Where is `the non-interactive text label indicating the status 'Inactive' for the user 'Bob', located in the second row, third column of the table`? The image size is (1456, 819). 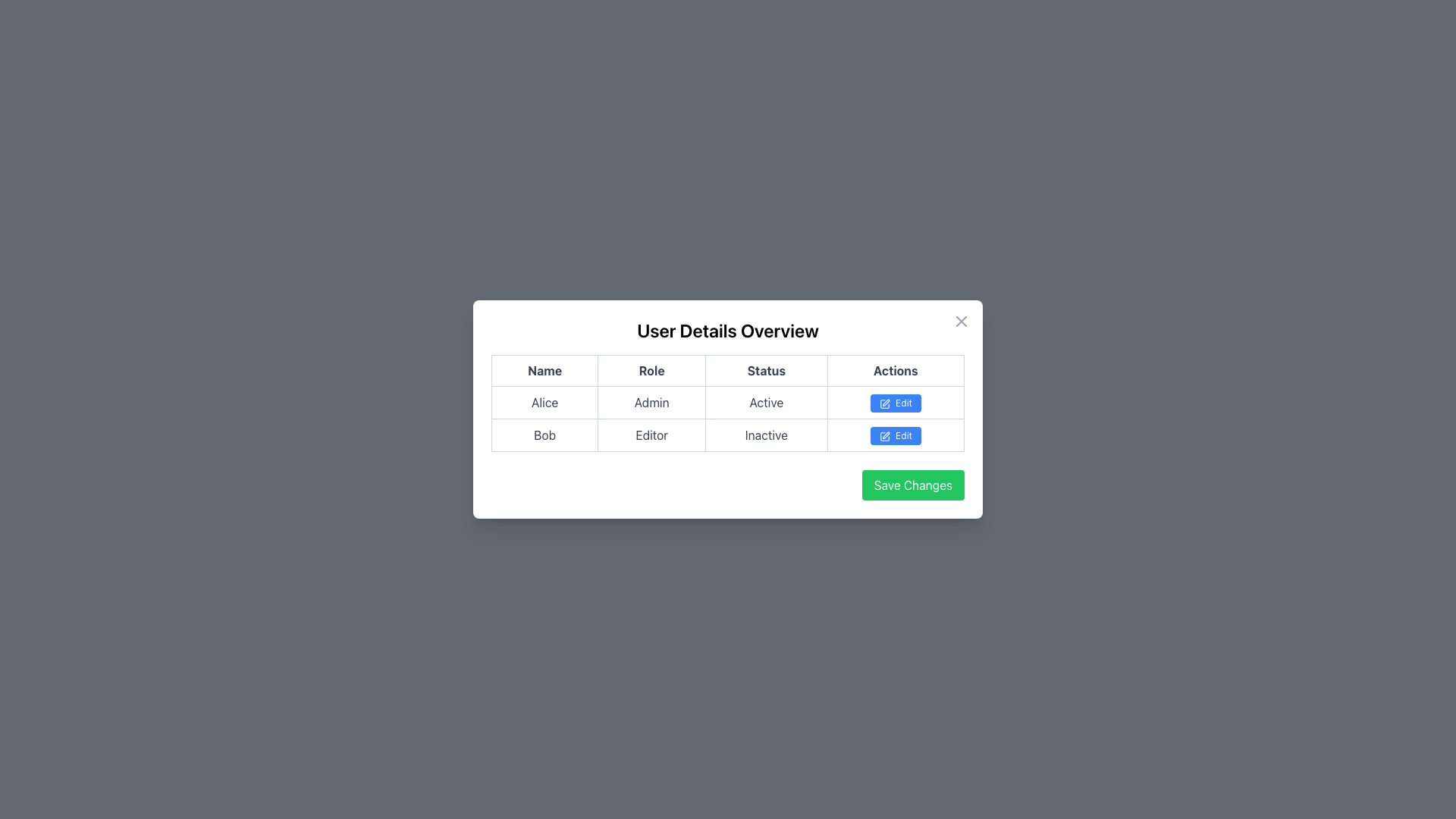 the non-interactive text label indicating the status 'Inactive' for the user 'Bob', located in the second row, third column of the table is located at coordinates (766, 435).